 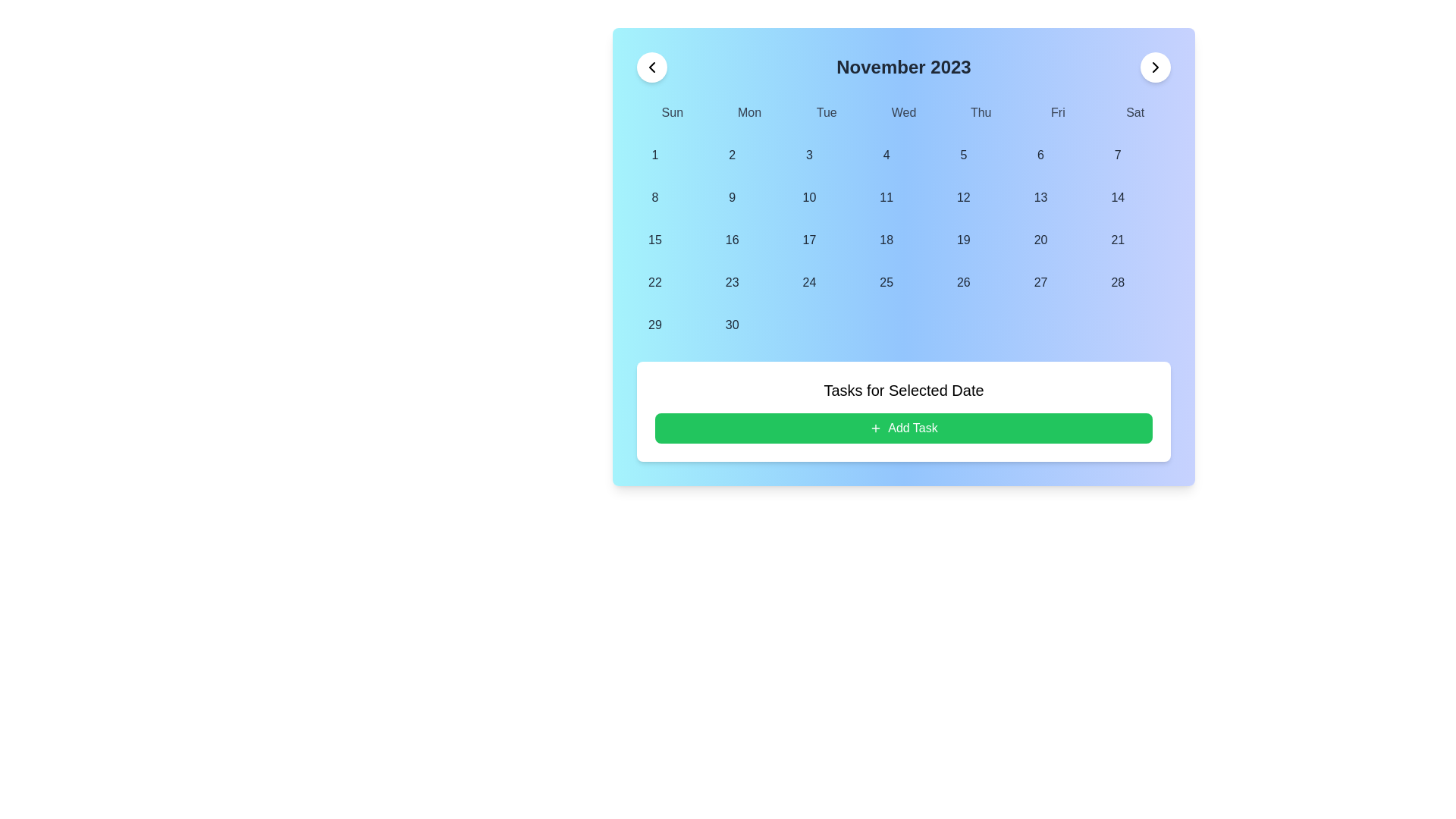 What do you see at coordinates (808, 239) in the screenshot?
I see `the square-shaped button with the number '17' centered within it` at bounding box center [808, 239].